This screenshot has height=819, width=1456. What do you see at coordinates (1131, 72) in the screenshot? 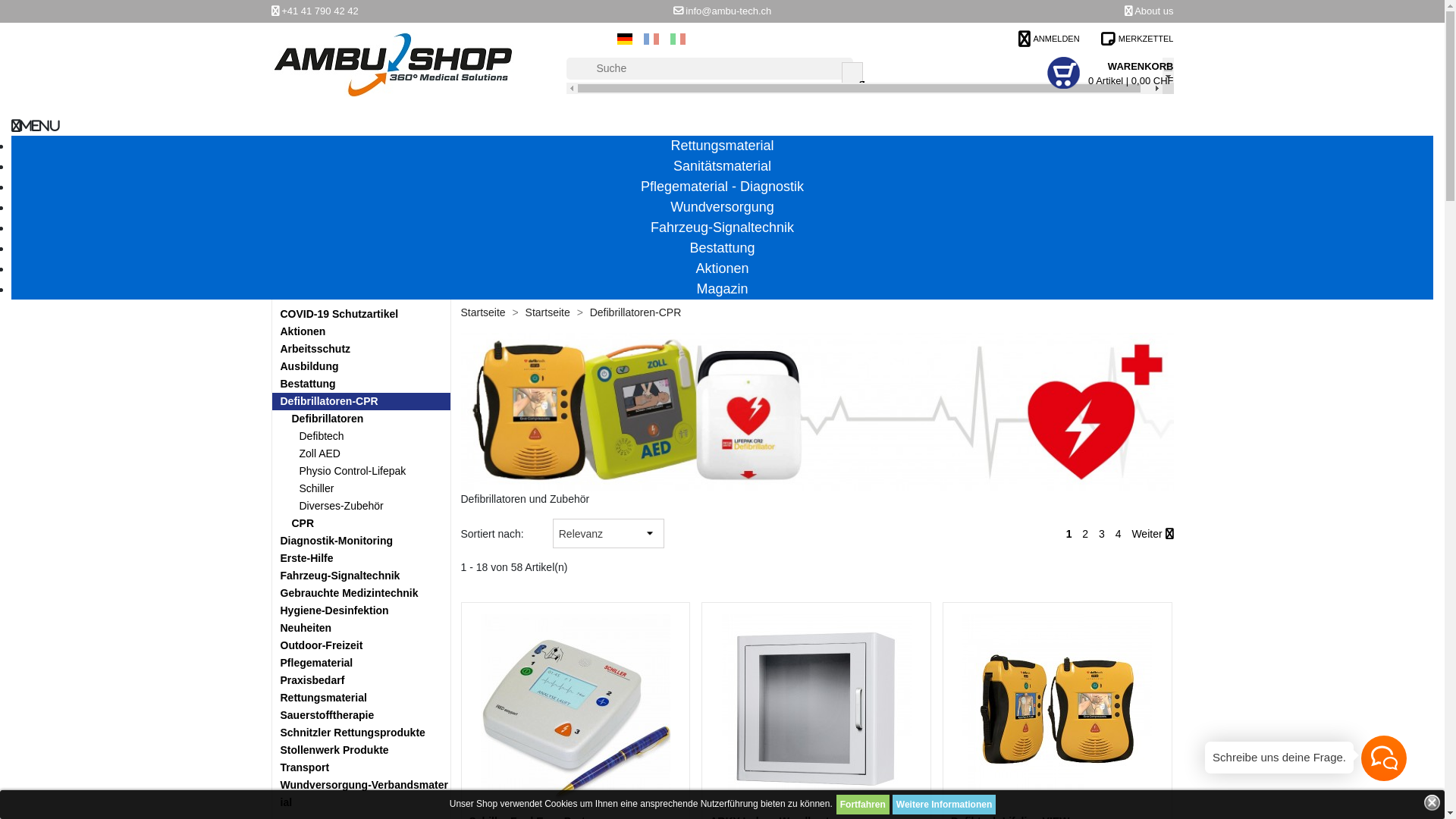
I see `'WARENKORB` at bounding box center [1131, 72].